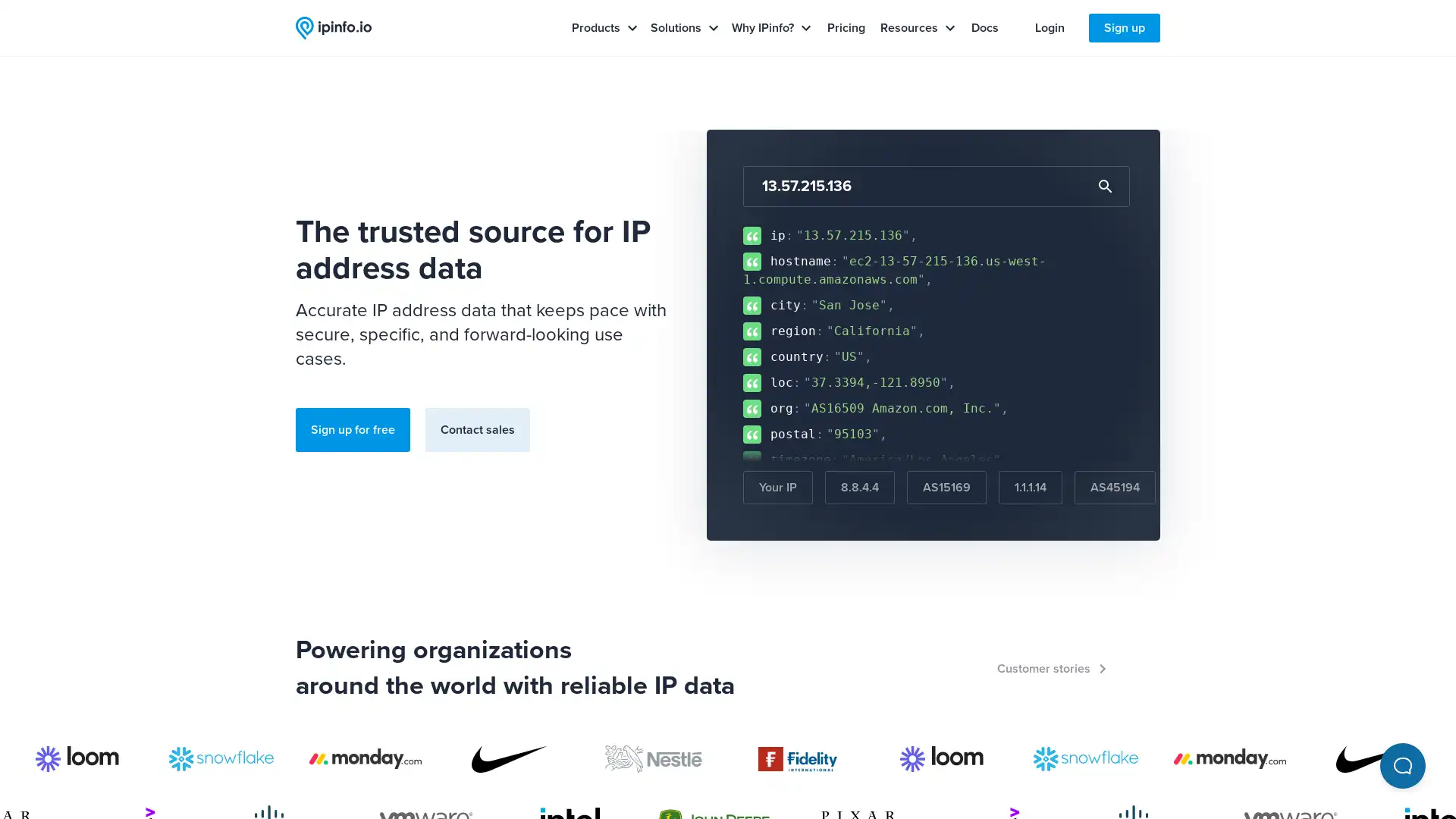 The width and height of the screenshot is (1456, 819). Describe the element at coordinates (1030, 488) in the screenshot. I see `1.1.1.14` at that location.